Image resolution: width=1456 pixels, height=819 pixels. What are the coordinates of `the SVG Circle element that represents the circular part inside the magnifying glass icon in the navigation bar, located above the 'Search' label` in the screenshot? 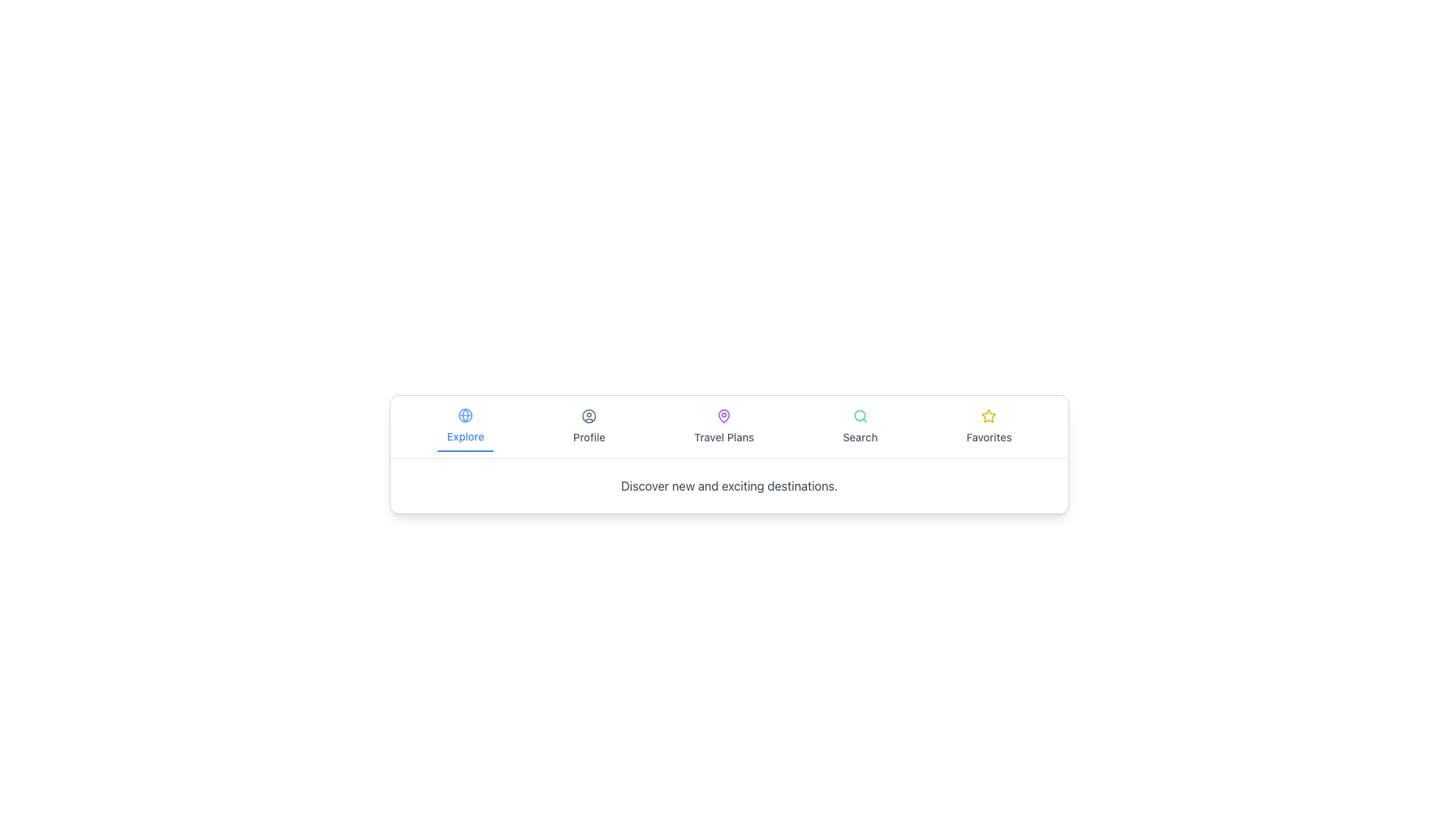 It's located at (859, 416).